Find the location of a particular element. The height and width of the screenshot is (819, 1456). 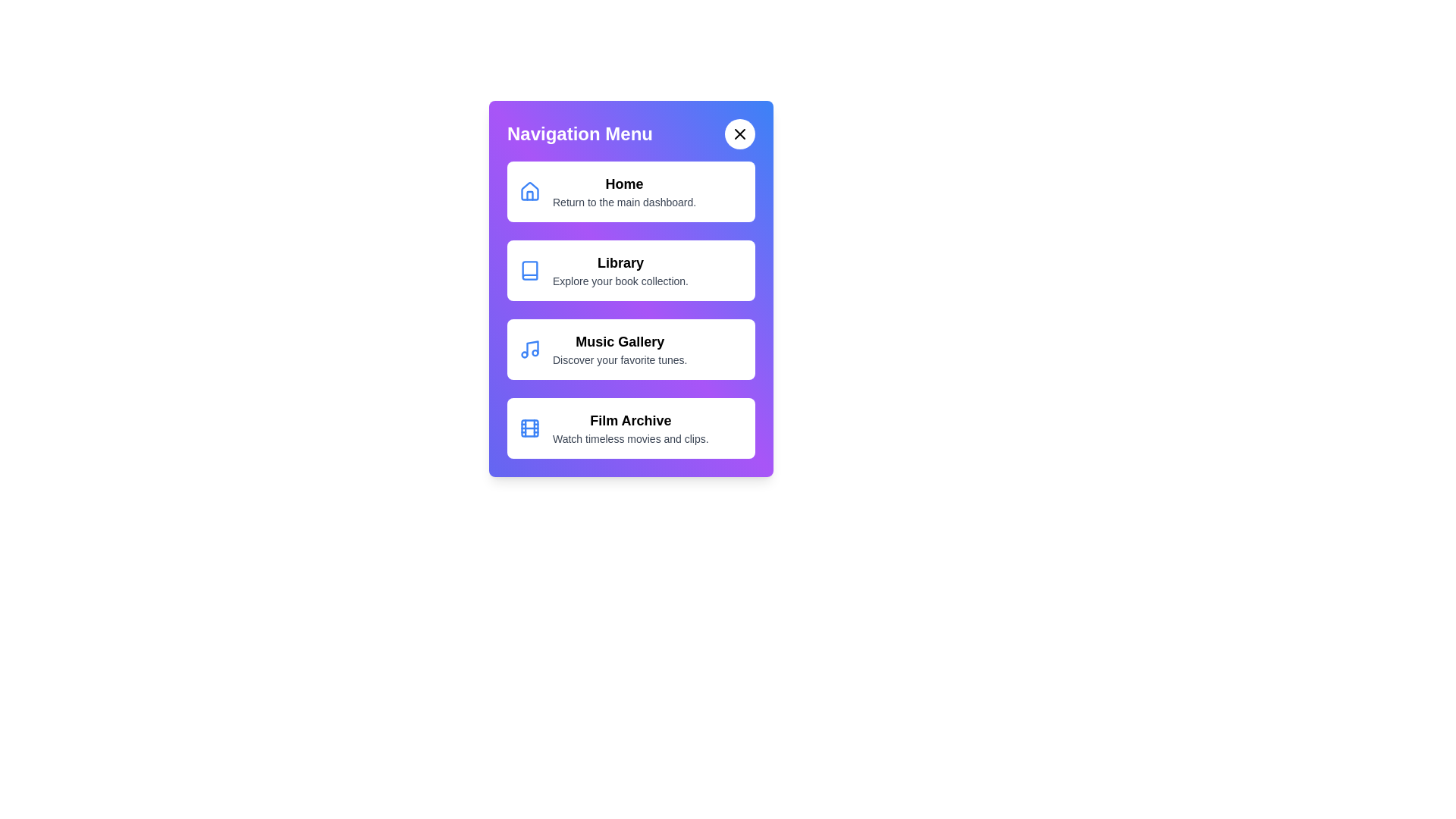

toggle button at the top right corner of the menu to toggle its visibility is located at coordinates (739, 133).